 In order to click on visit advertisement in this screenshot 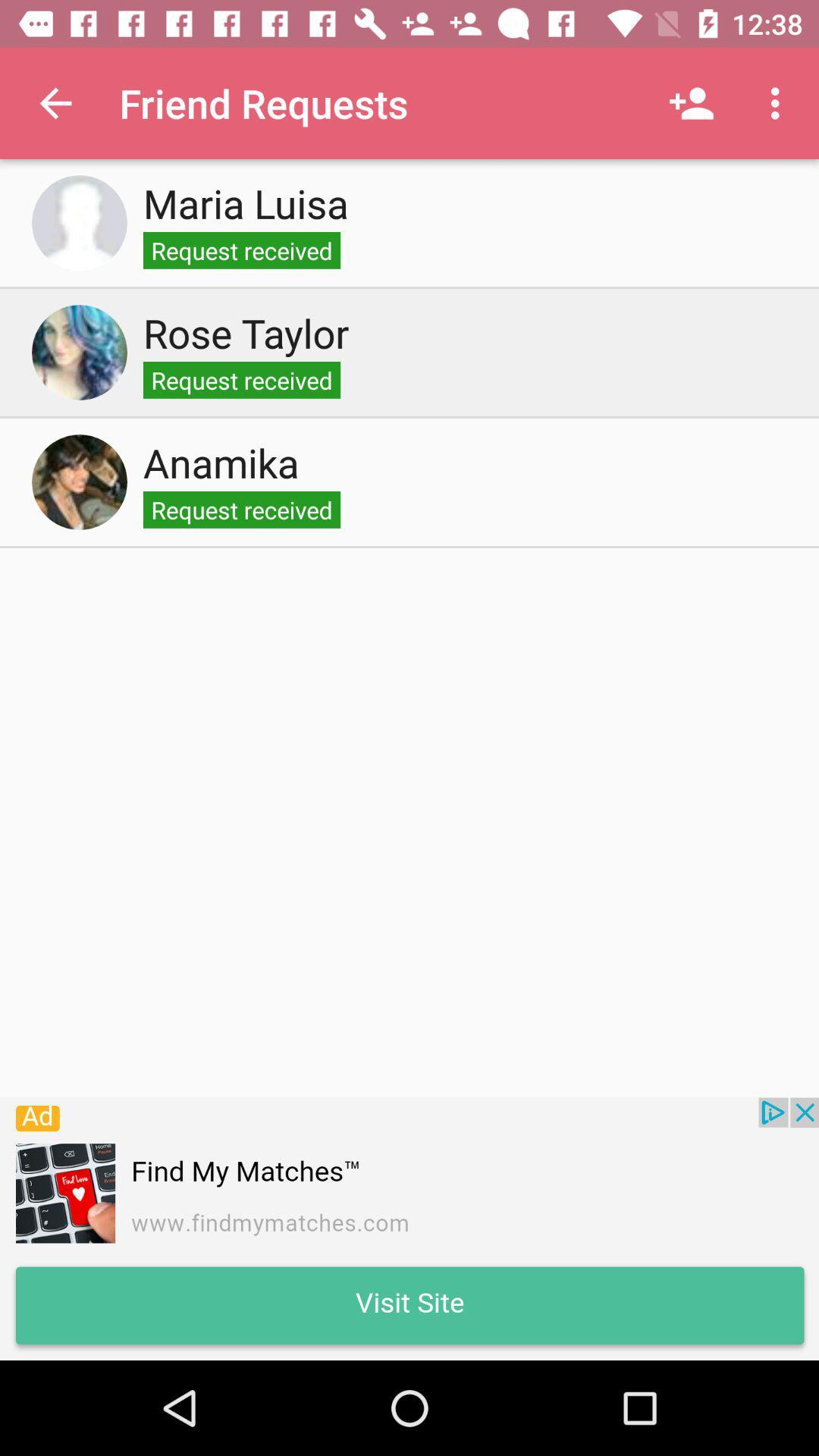, I will do `click(409, 1228)`.